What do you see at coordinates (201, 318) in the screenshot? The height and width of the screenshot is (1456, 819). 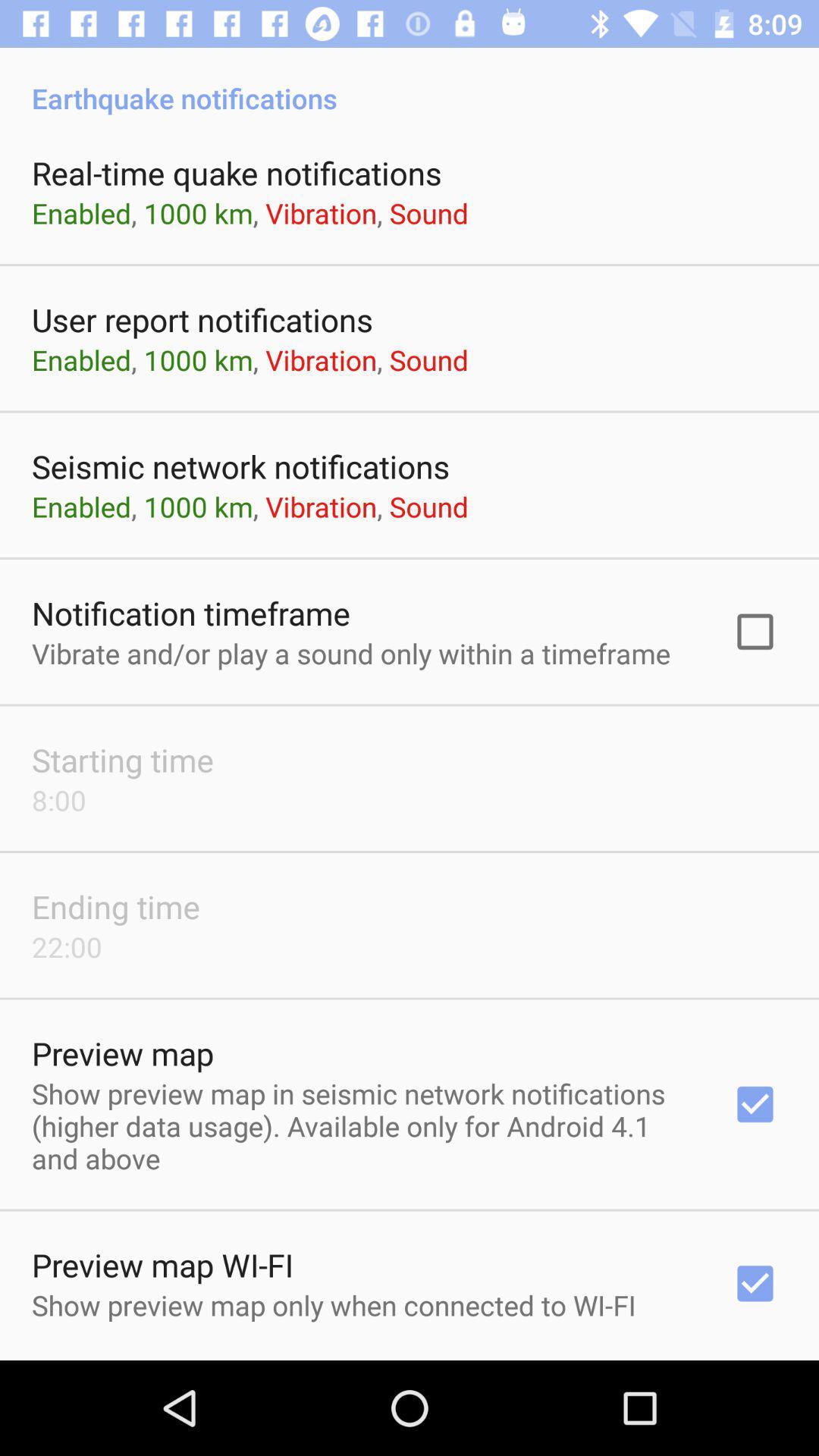 I see `the item below enabled 1000 km app` at bounding box center [201, 318].